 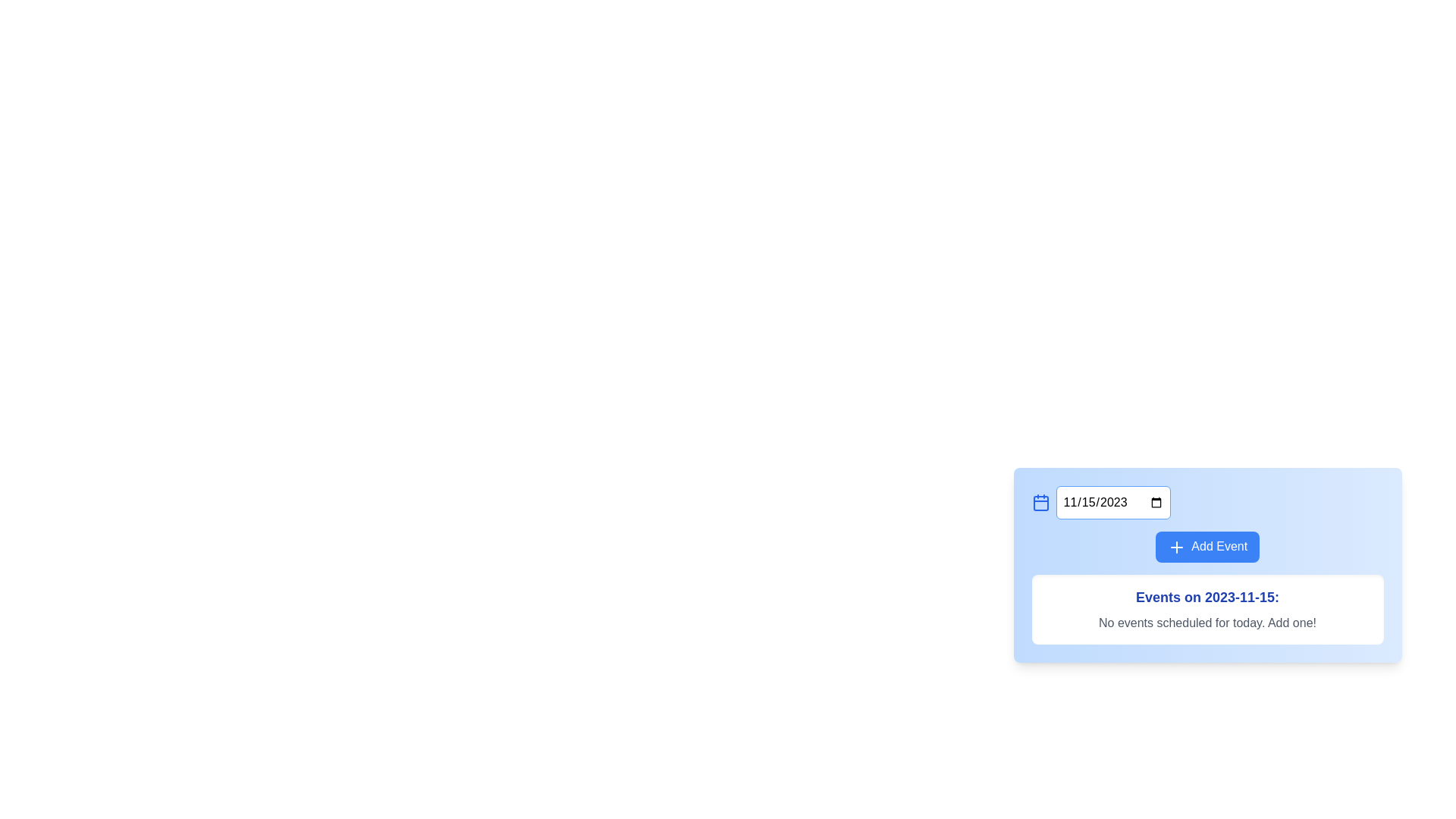 What do you see at coordinates (1175, 547) in the screenshot?
I see `the cross-shaped icon indicating 'add' functionality, which is centrally positioned within the blue rectangular button labeled 'Add Event.'` at bounding box center [1175, 547].